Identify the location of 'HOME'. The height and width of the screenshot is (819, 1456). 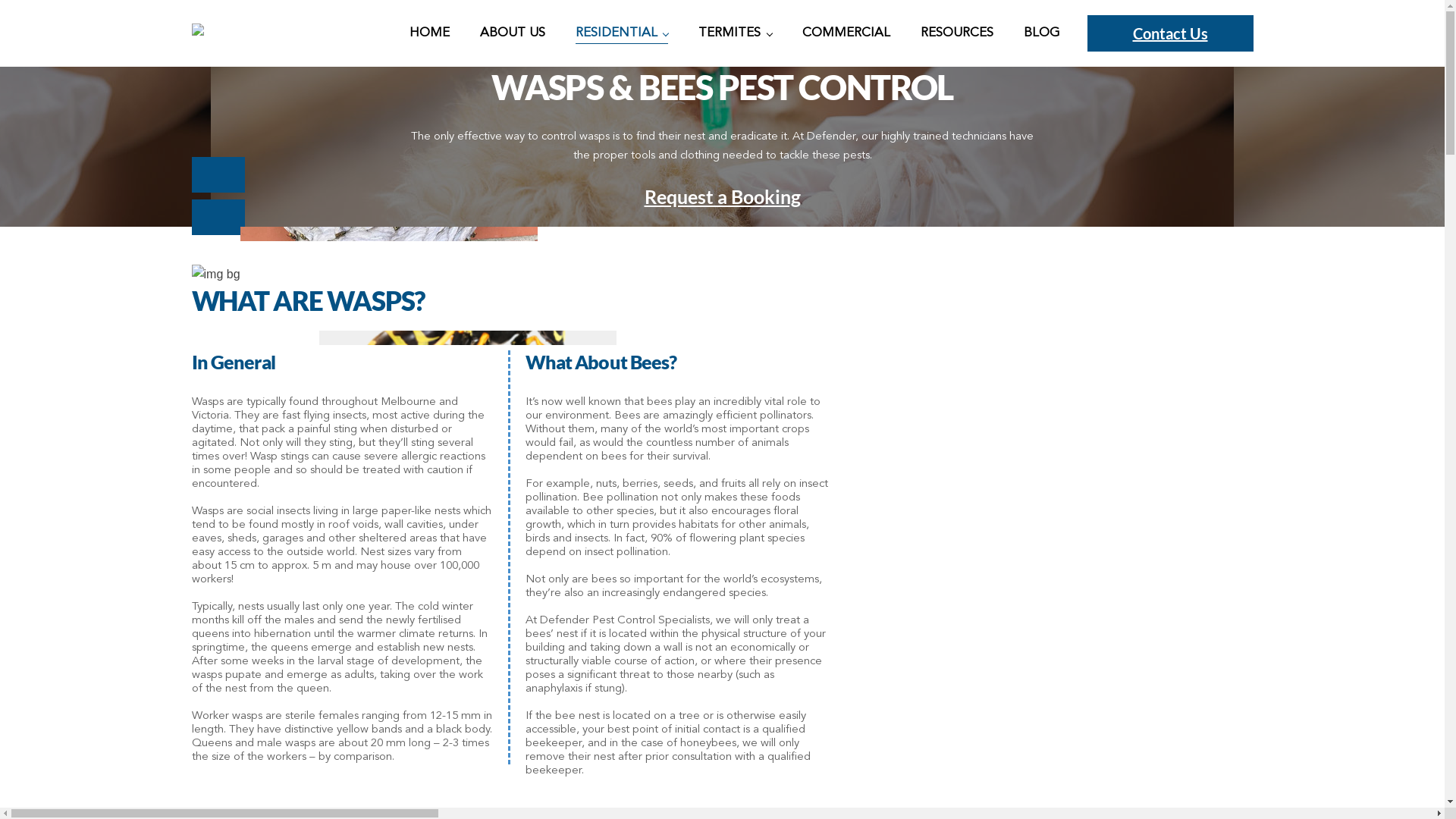
(428, 33).